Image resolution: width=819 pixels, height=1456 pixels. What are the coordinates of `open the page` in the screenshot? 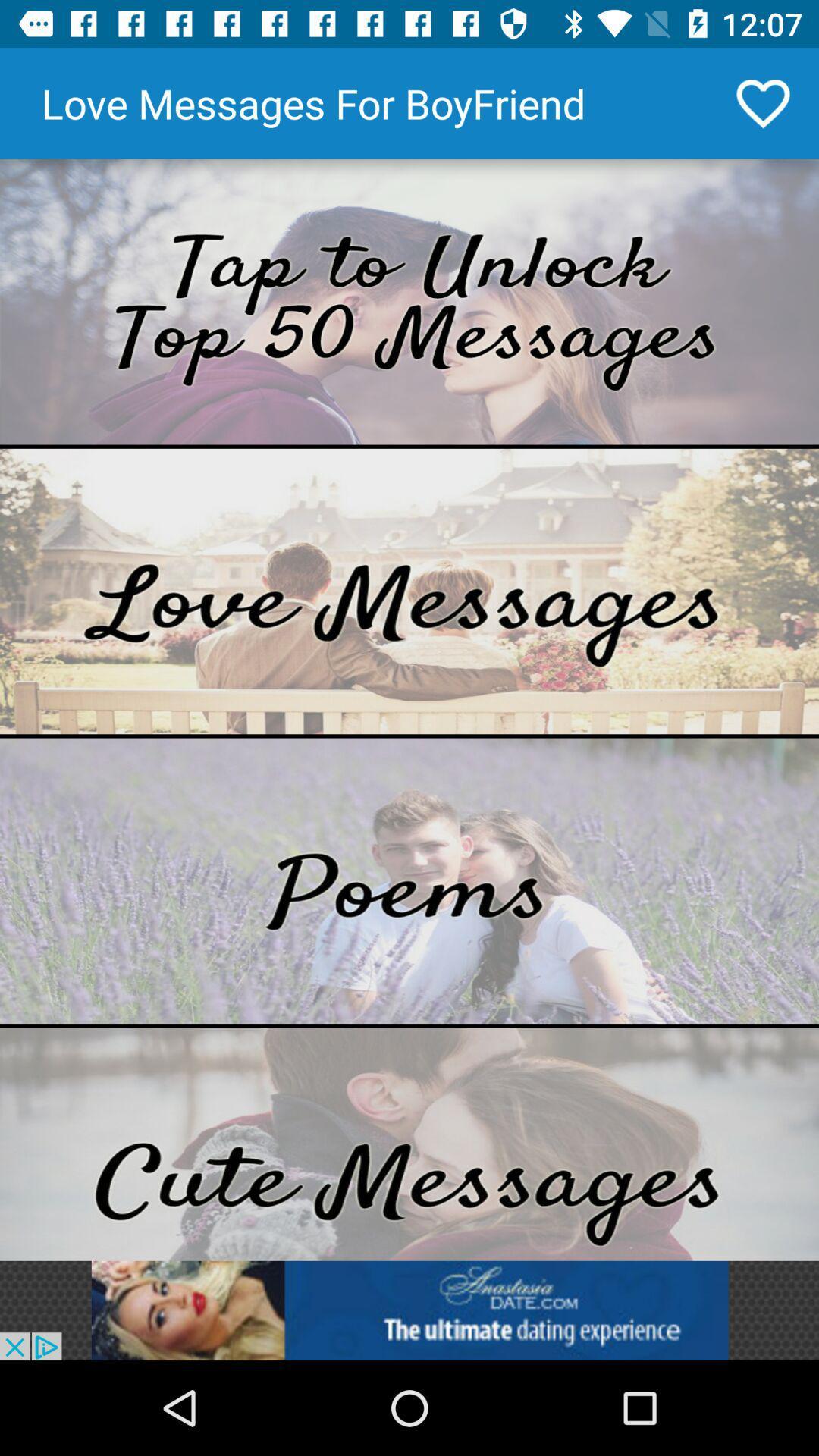 It's located at (409, 1144).